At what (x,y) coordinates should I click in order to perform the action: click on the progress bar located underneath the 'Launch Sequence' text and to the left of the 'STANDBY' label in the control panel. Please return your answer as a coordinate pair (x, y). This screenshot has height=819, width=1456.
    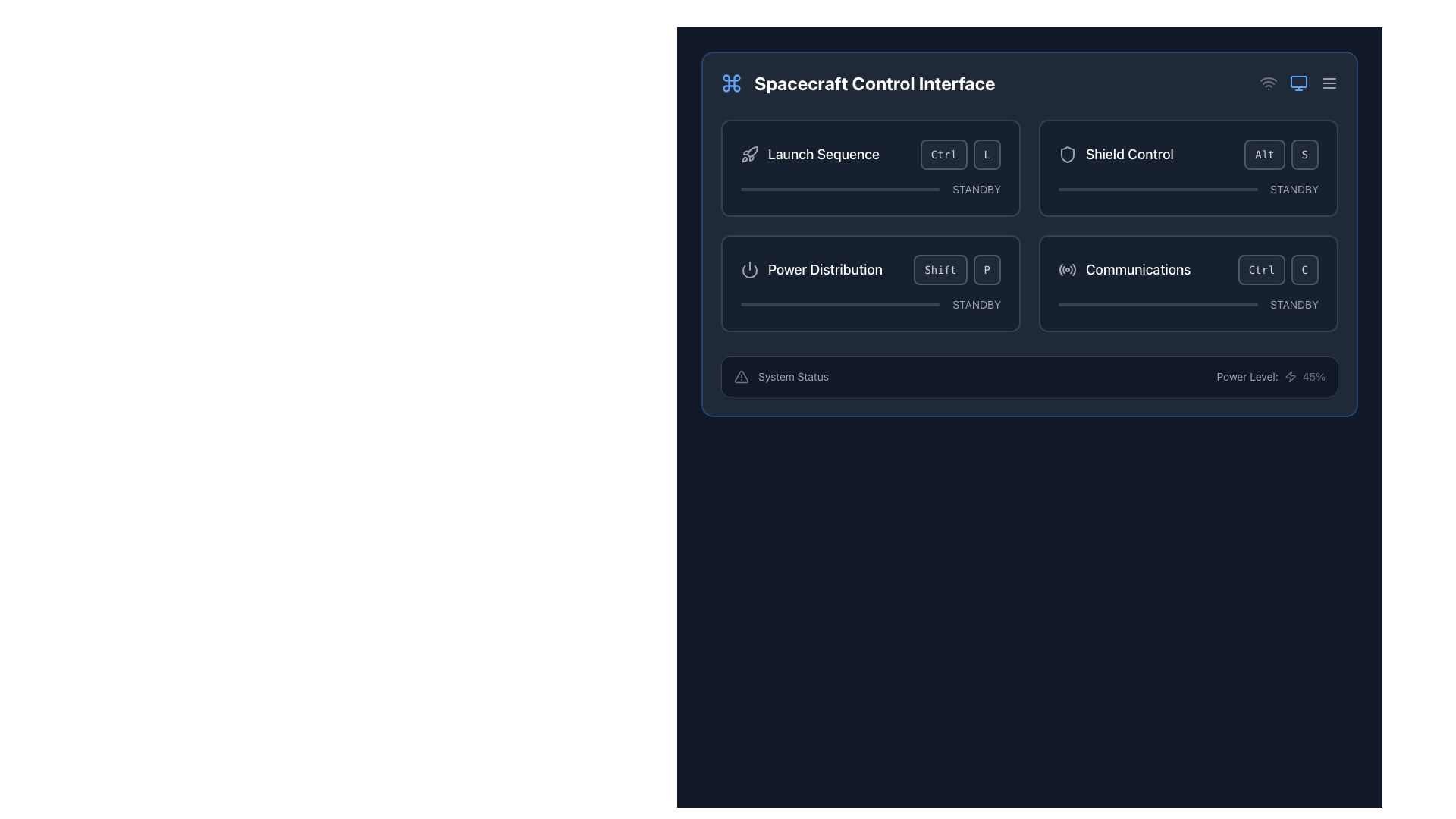
    Looking at the image, I should click on (839, 189).